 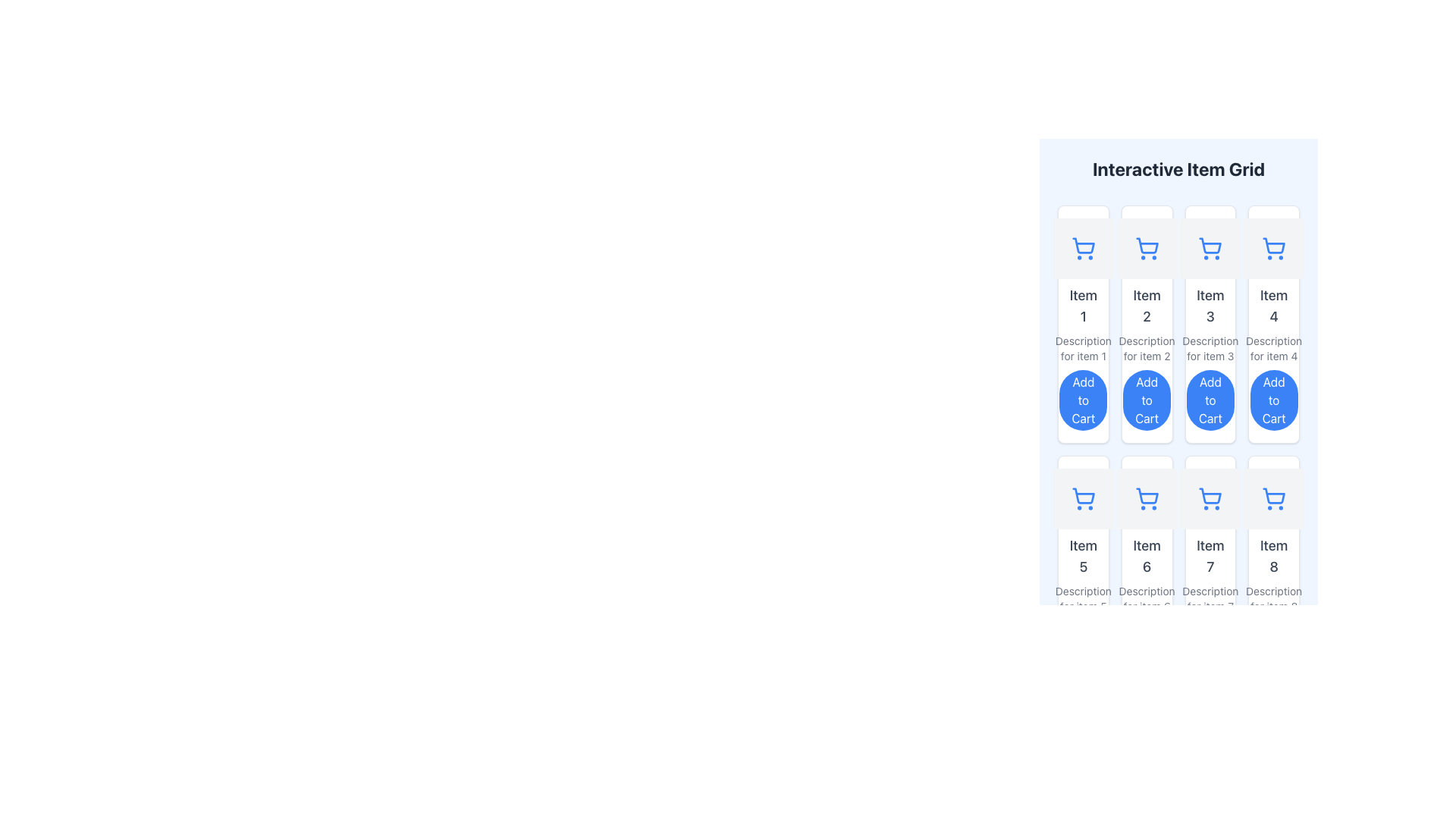 I want to click on the shopping cart icon with a blue outline in the second column of the top row, so click(x=1147, y=247).